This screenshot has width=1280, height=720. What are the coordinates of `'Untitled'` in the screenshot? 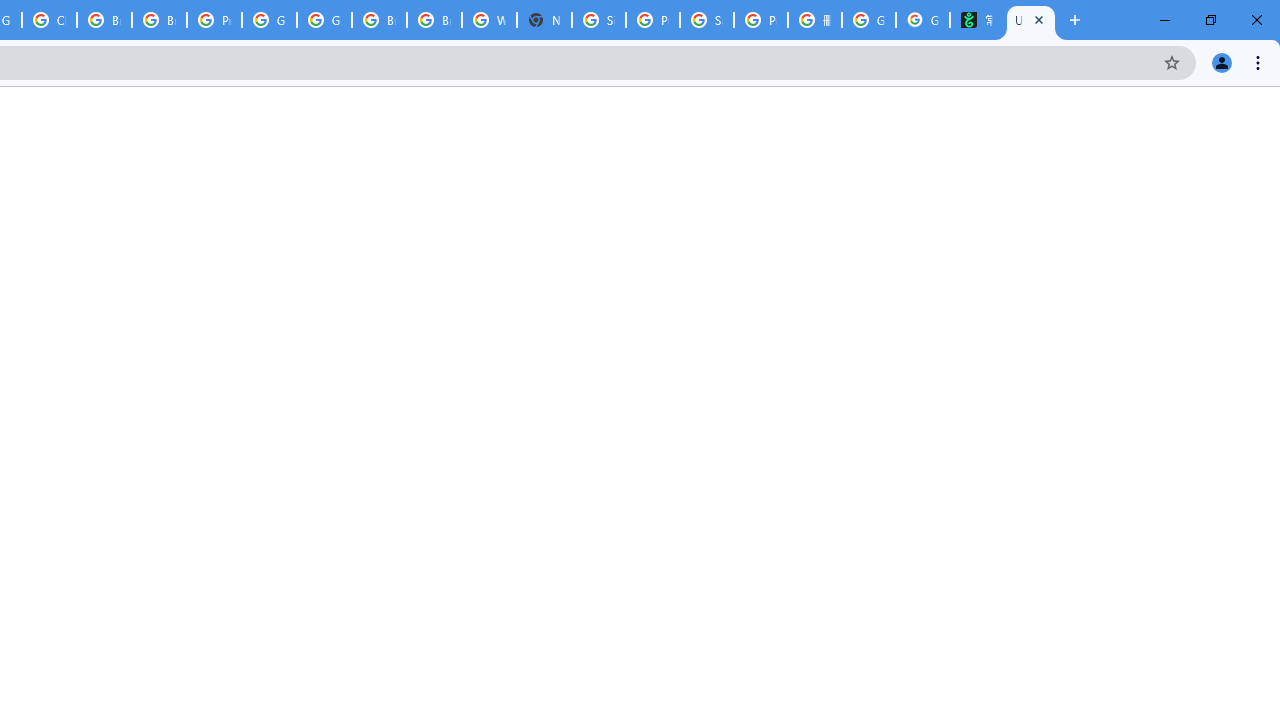 It's located at (1031, 20).